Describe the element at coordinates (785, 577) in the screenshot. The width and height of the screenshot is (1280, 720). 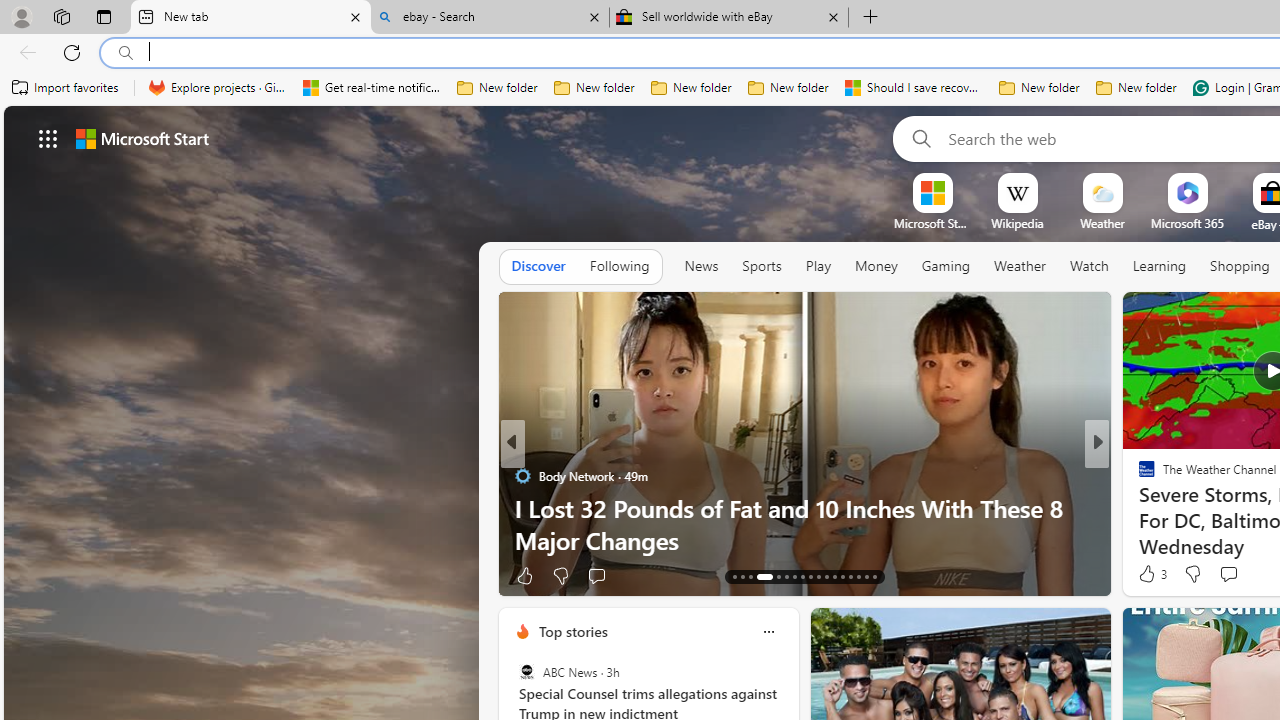
I see `'AutomationID: tab-18'` at that location.